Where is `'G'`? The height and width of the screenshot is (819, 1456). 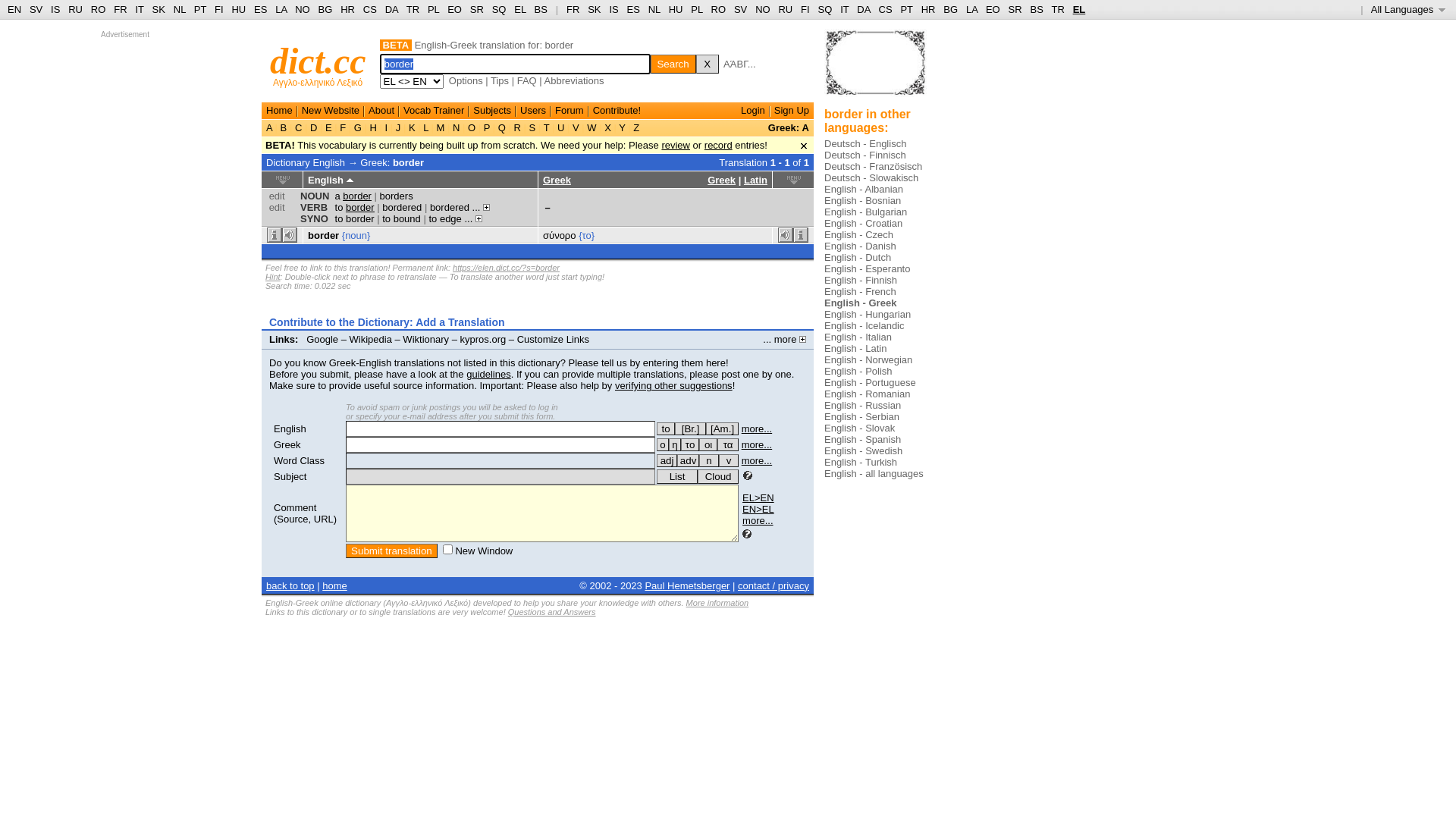 'G' is located at coordinates (350, 127).